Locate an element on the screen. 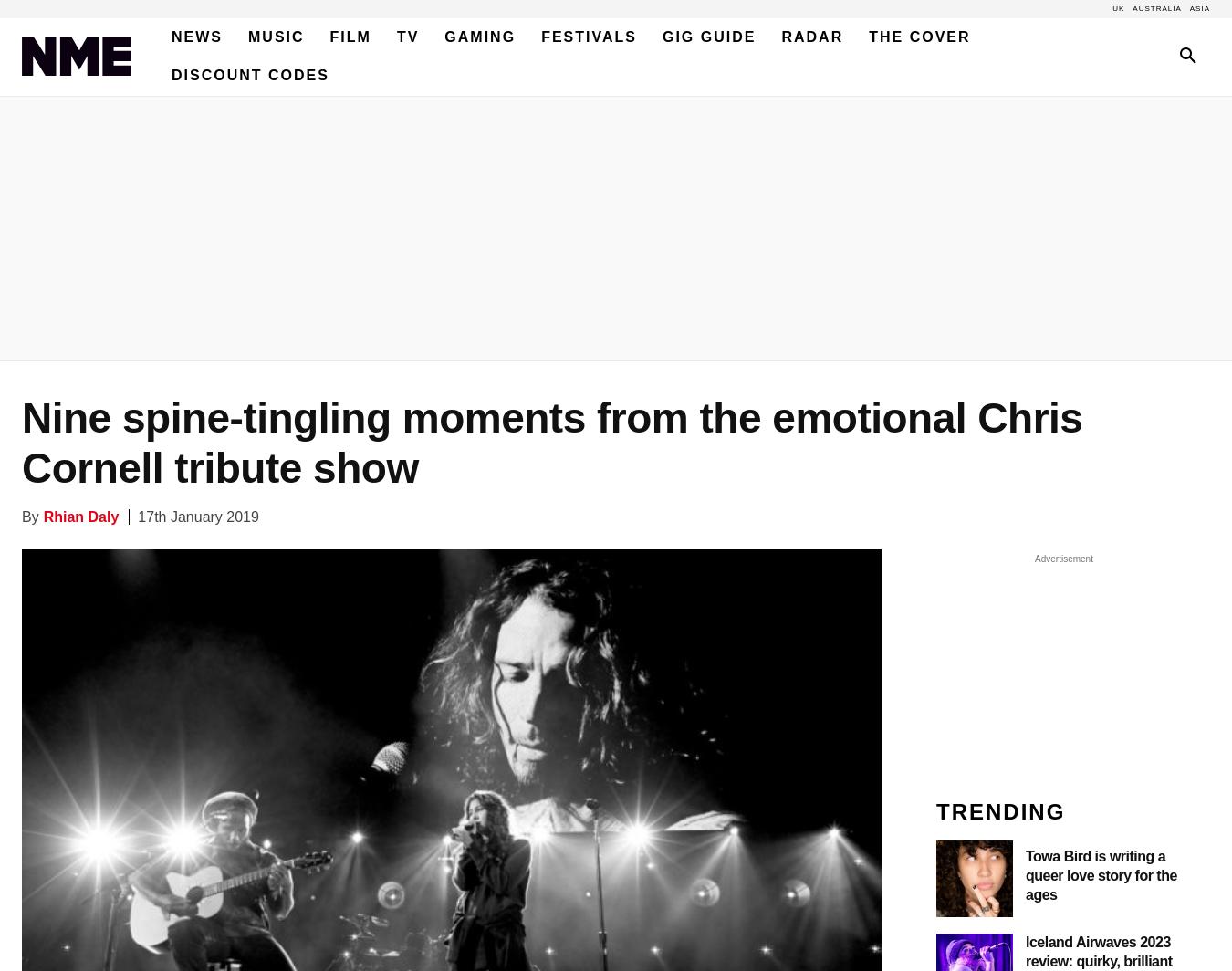  'Towa Bird is writing a queer love story for the ages' is located at coordinates (1026, 874).